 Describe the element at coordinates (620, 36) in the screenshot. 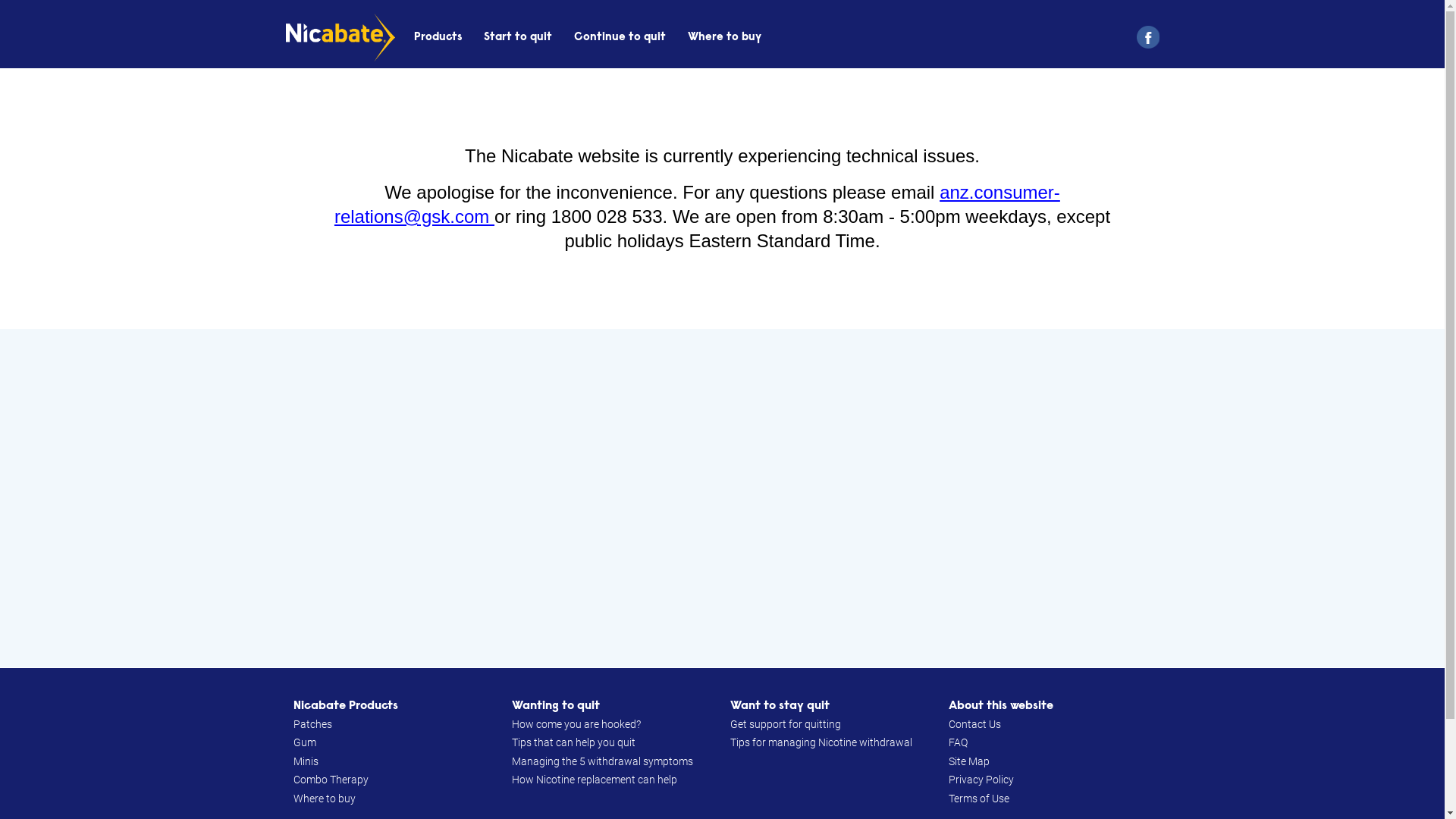

I see `'continue to quit'` at that location.